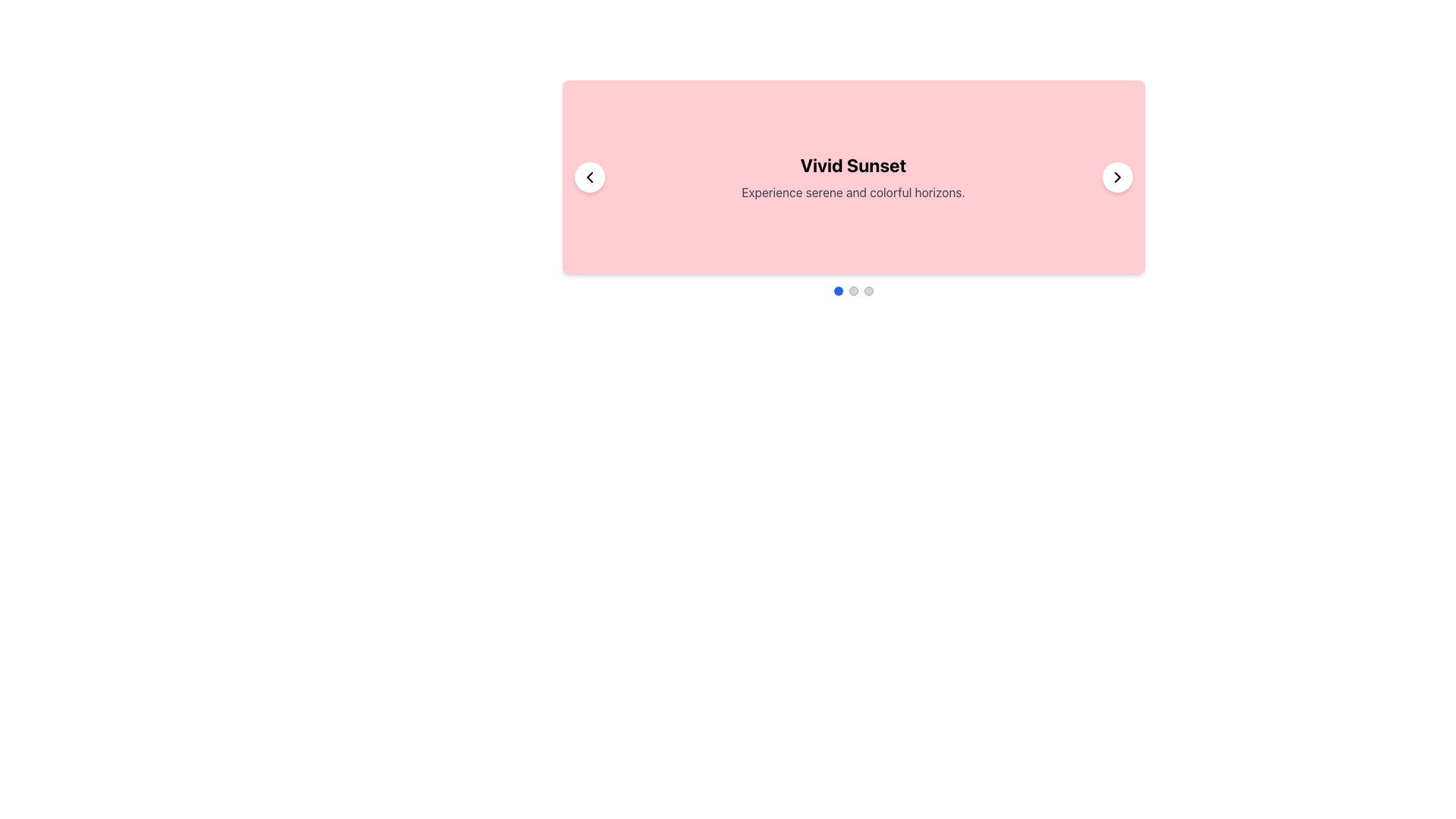  I want to click on the third pagination indicator in the bottom center of the pink card layout titled 'Vivid Sunset', so click(868, 291).